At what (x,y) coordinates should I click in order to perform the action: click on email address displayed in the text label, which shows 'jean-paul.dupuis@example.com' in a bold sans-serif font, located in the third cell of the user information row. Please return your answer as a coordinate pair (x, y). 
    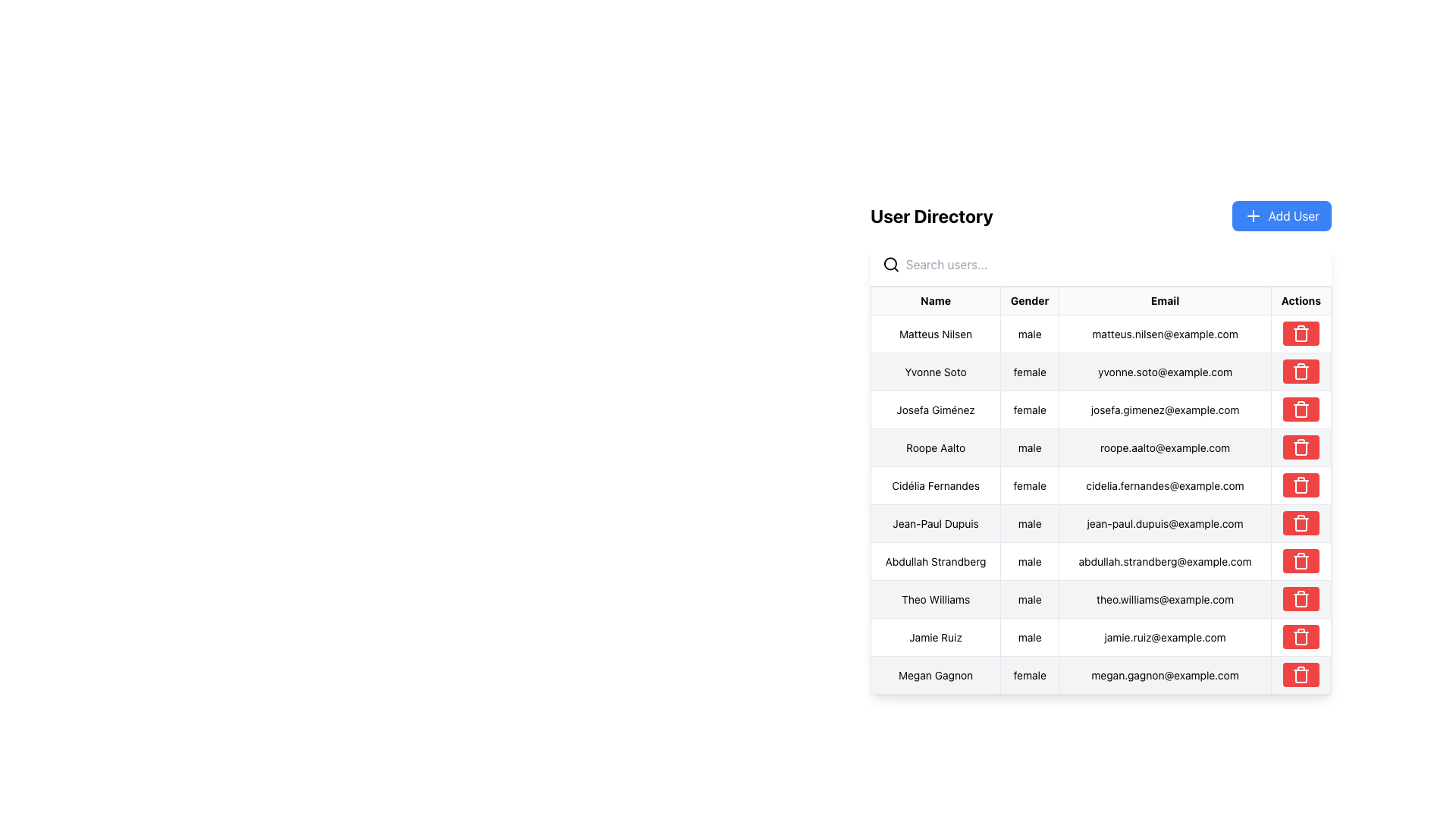
    Looking at the image, I should click on (1164, 522).